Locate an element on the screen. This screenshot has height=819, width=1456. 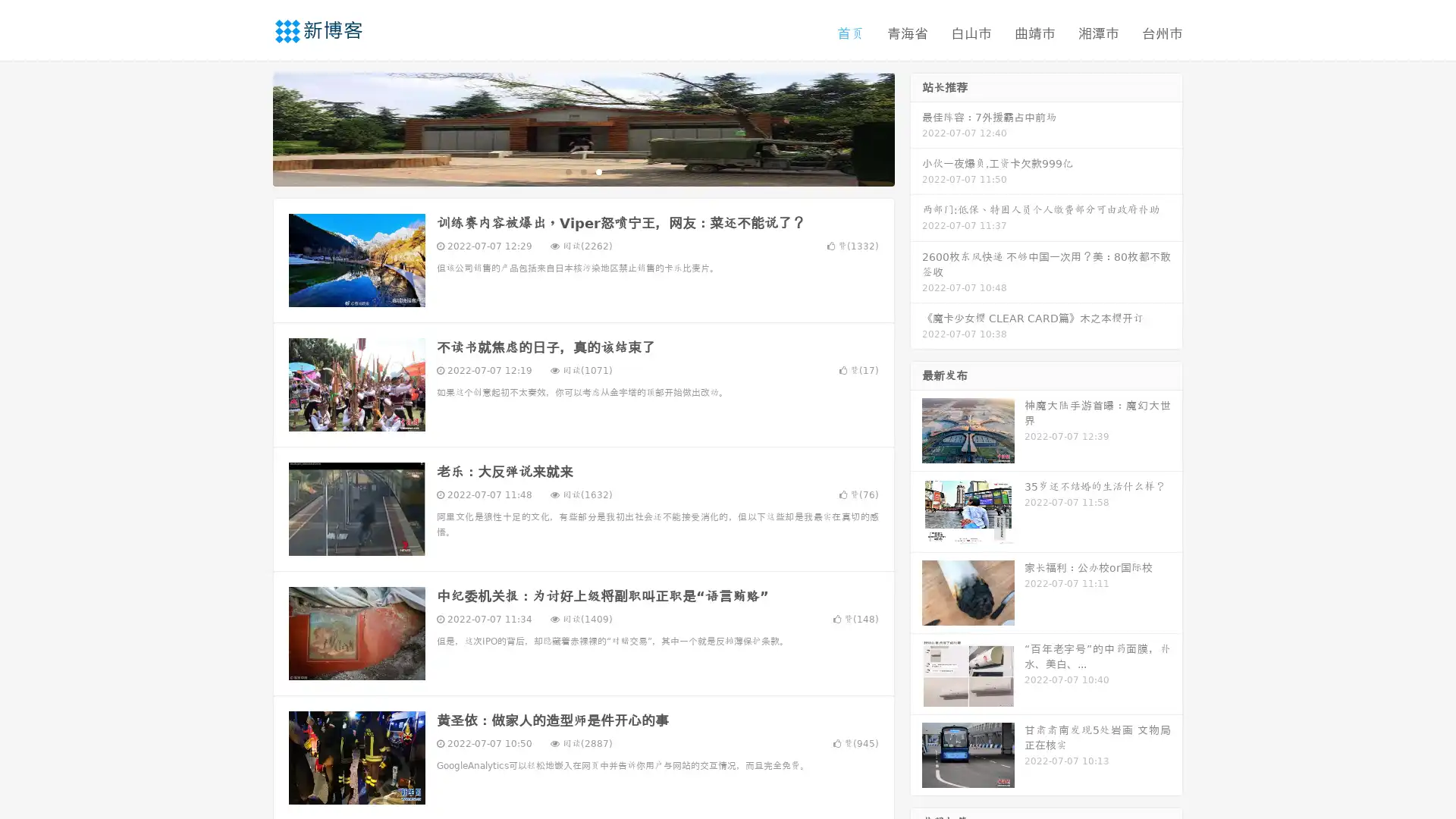
Next slide is located at coordinates (916, 127).